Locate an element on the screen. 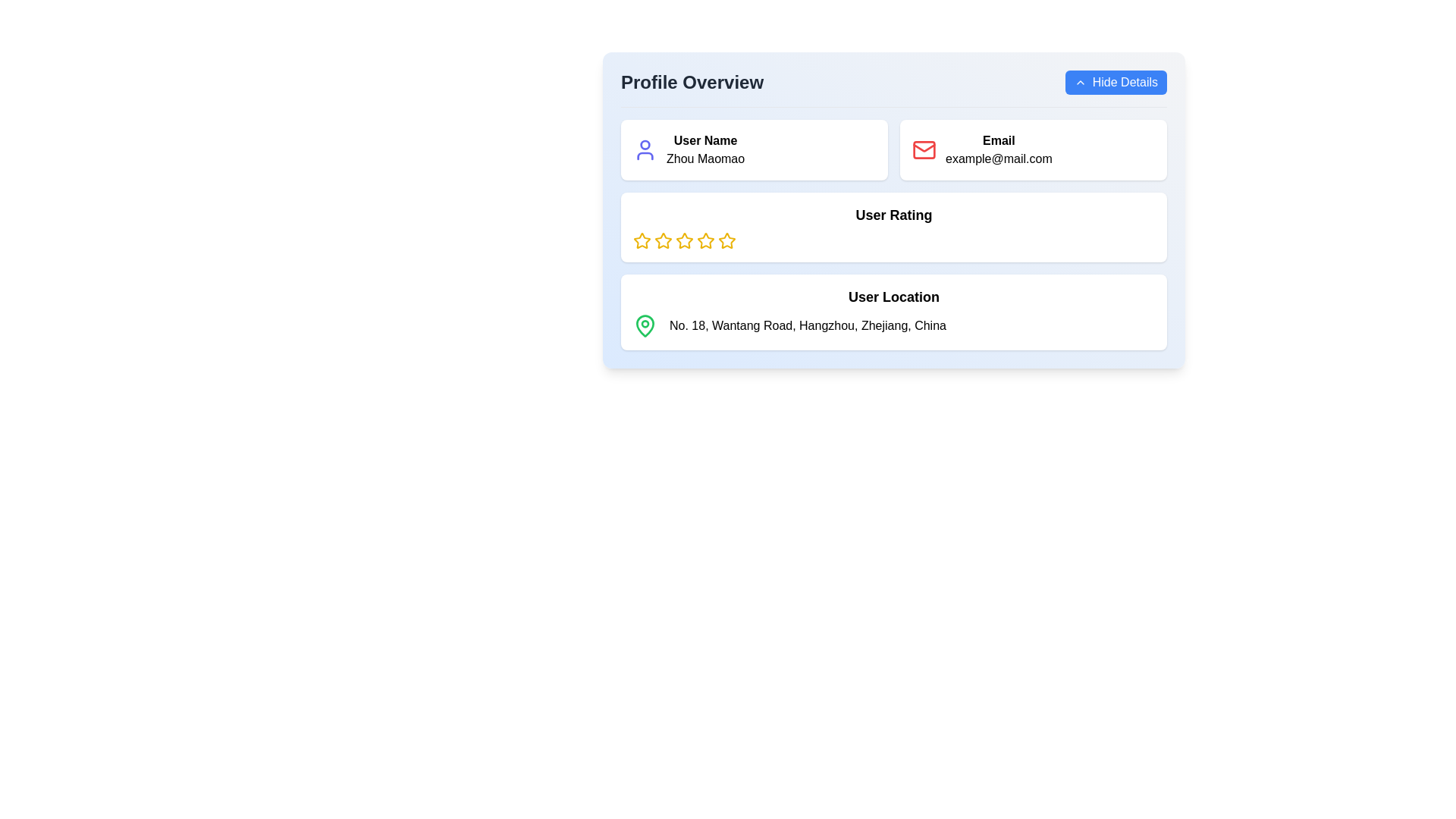 This screenshot has width=1456, height=819. the location icon located at the bottom-left of the 'User Location' section in the profile overview interface, adjacent to the text describing the user's address, if it is interactive is located at coordinates (645, 324).